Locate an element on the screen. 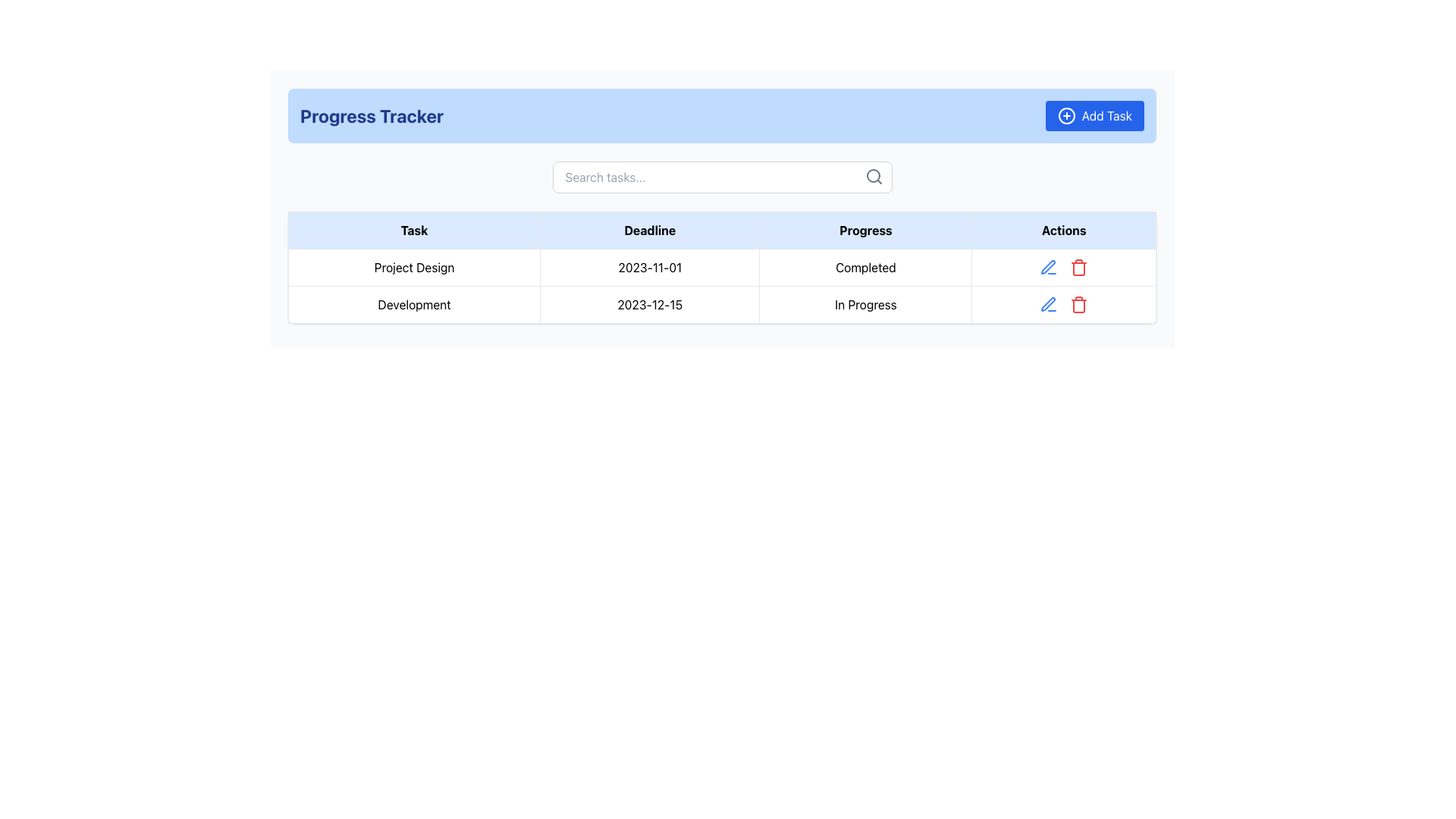 This screenshot has width=1456, height=819. the trash bin icon in the action bar to initiate the delete action is located at coordinates (1078, 304).